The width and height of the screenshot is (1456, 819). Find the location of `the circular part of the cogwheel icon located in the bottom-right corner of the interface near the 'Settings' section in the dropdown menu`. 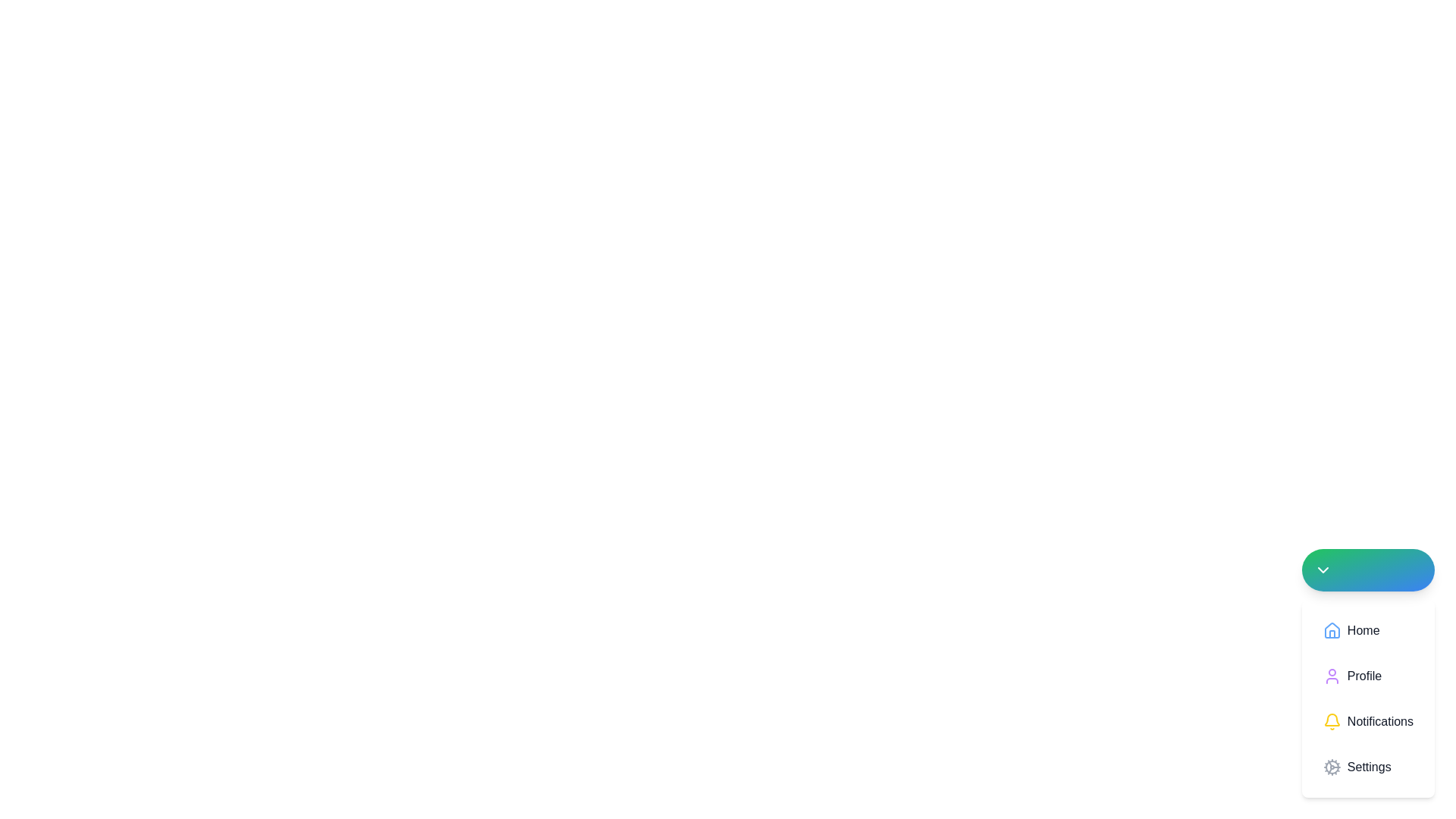

the circular part of the cogwheel icon located in the bottom-right corner of the interface near the 'Settings' section in the dropdown menu is located at coordinates (1331, 767).